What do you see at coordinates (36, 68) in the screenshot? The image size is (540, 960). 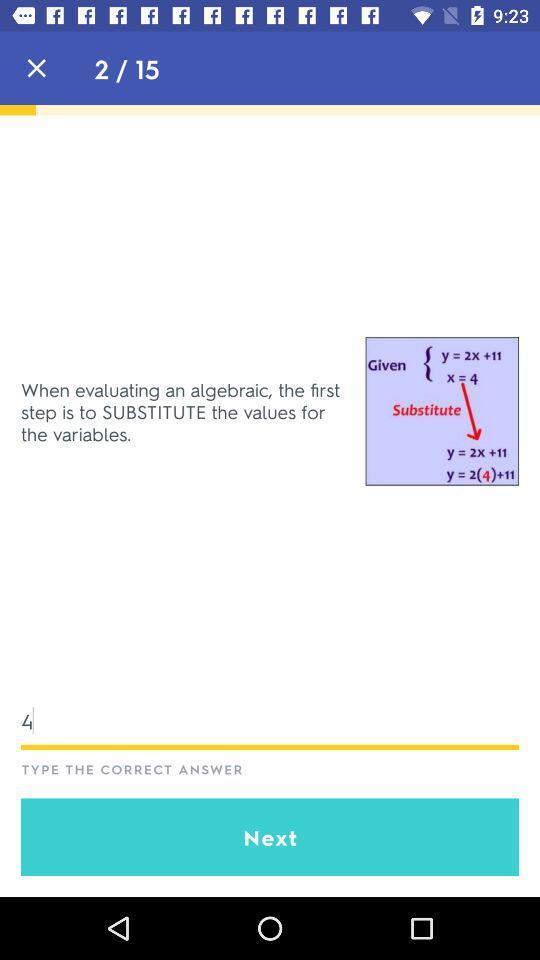 I see `the icon next to the 2 / 15 item` at bounding box center [36, 68].